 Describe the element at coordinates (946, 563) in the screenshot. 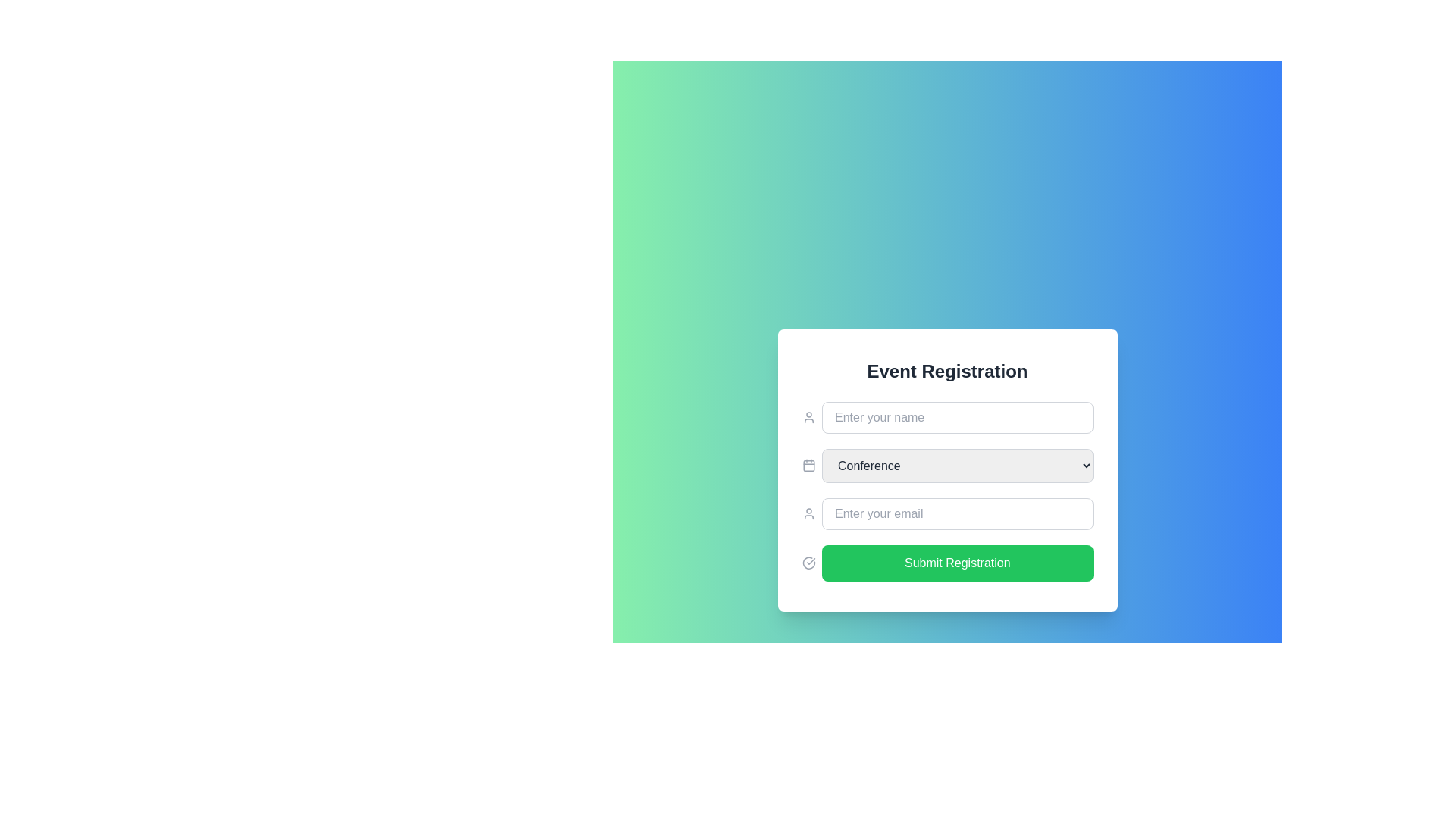

I see `the submit button for the registration form to observe the hover effect` at that location.